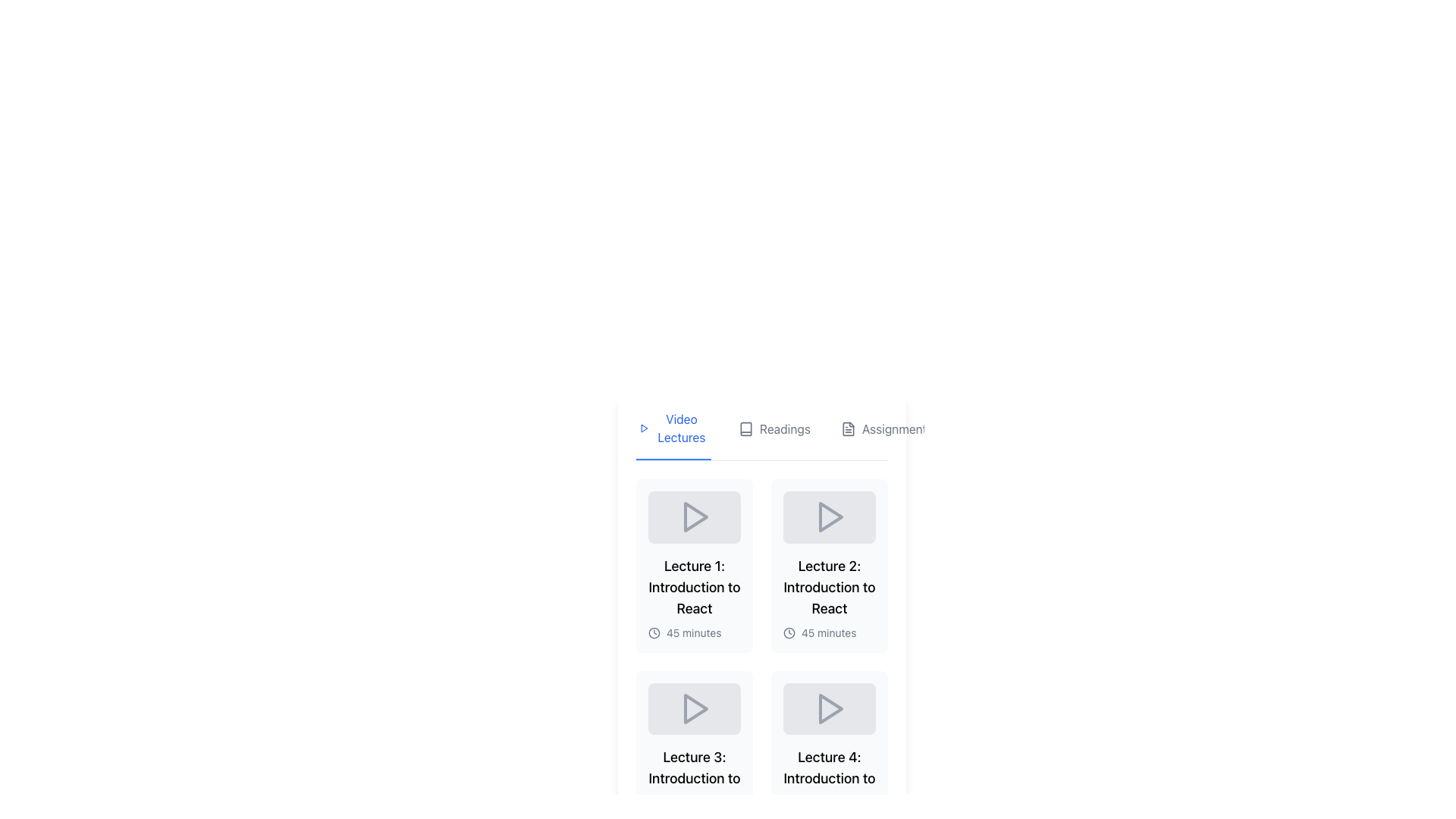  Describe the element at coordinates (694, 516) in the screenshot. I see `the play button for 'Lecture 1: Introduction to React', which is a gray button with a centered play icon` at that location.